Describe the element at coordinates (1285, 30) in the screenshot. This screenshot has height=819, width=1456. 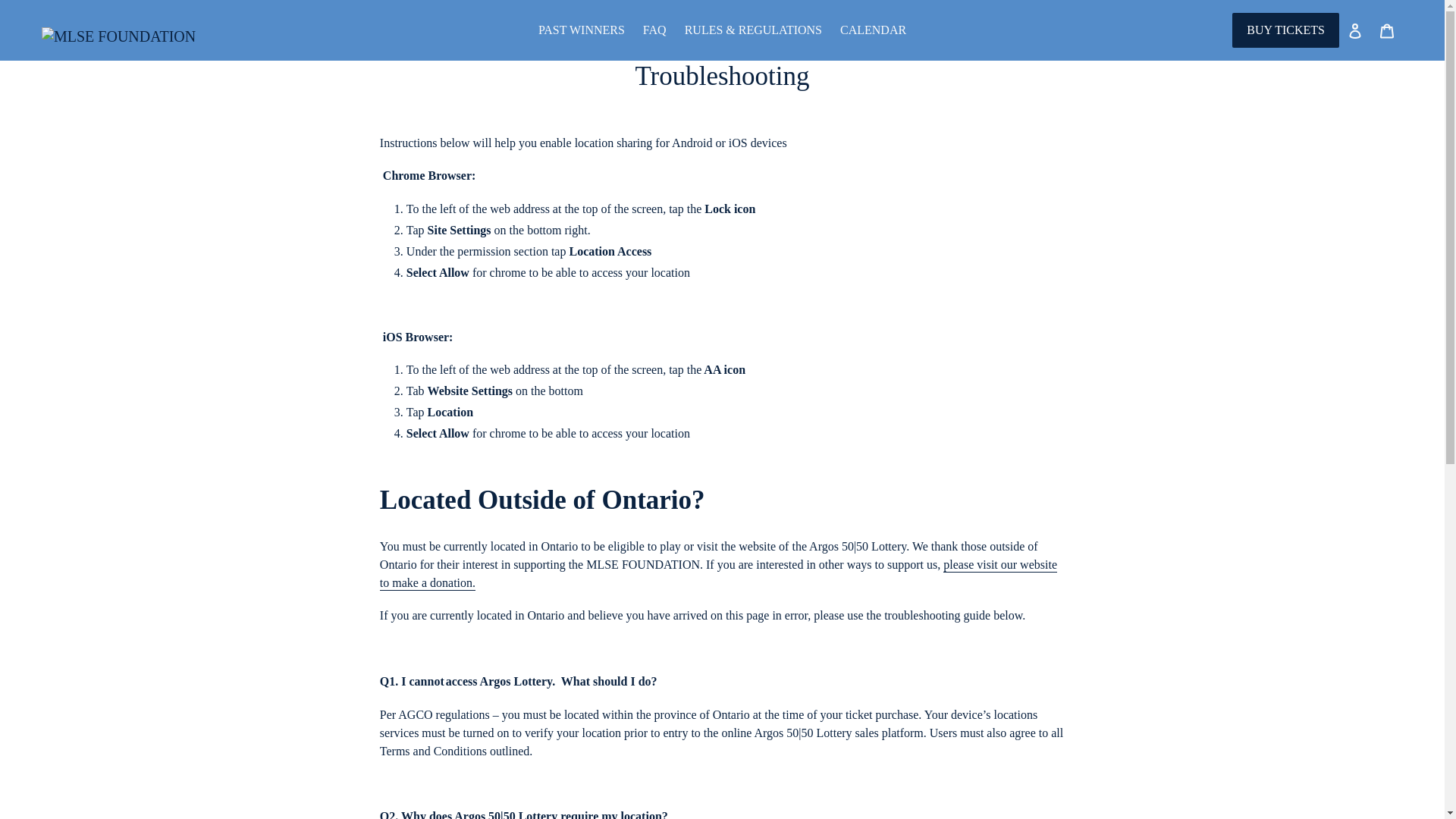
I see `'BUY TICKETS'` at that location.